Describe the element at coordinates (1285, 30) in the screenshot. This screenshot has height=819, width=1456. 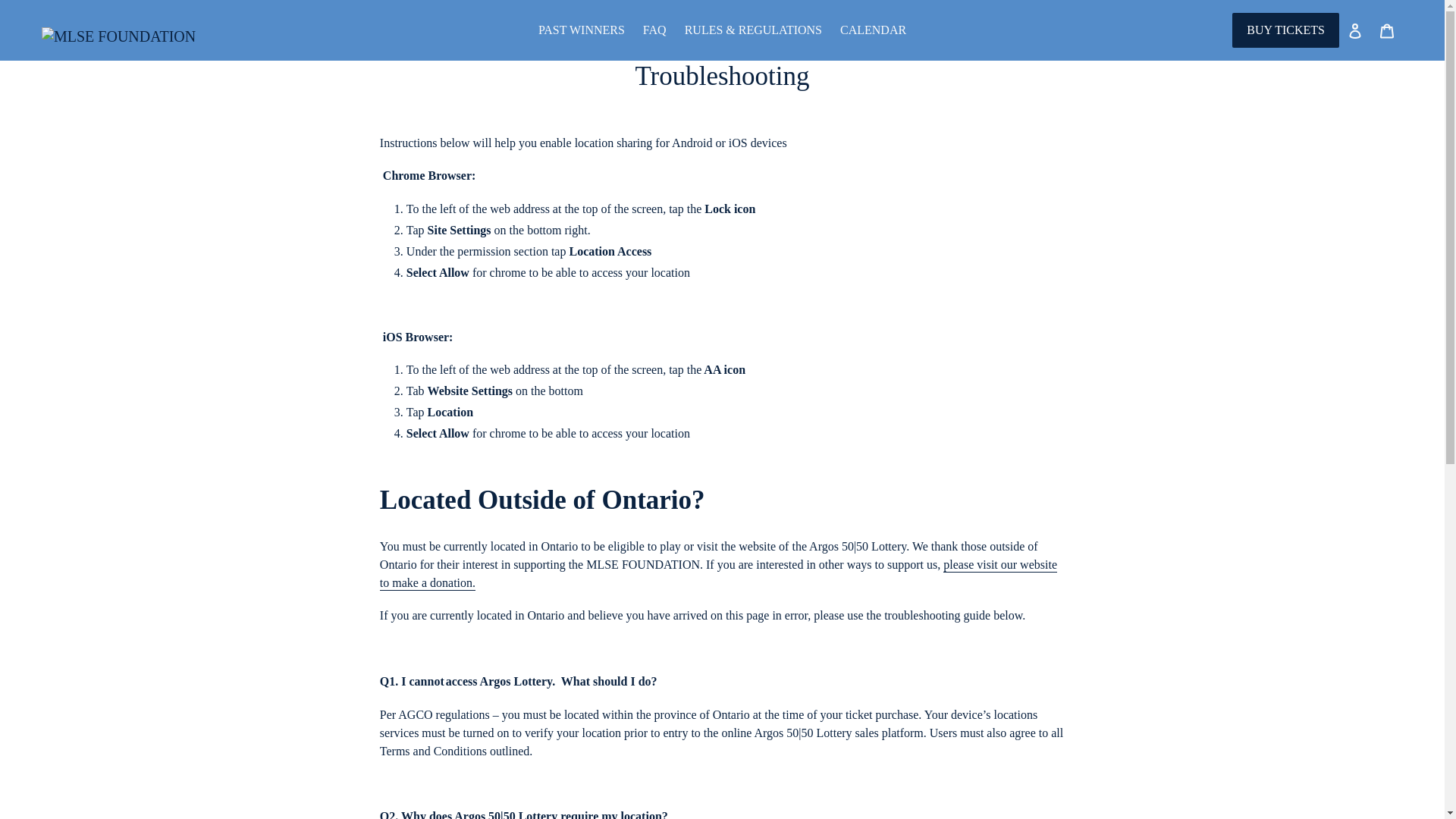
I see `'BUY TICKETS'` at that location.